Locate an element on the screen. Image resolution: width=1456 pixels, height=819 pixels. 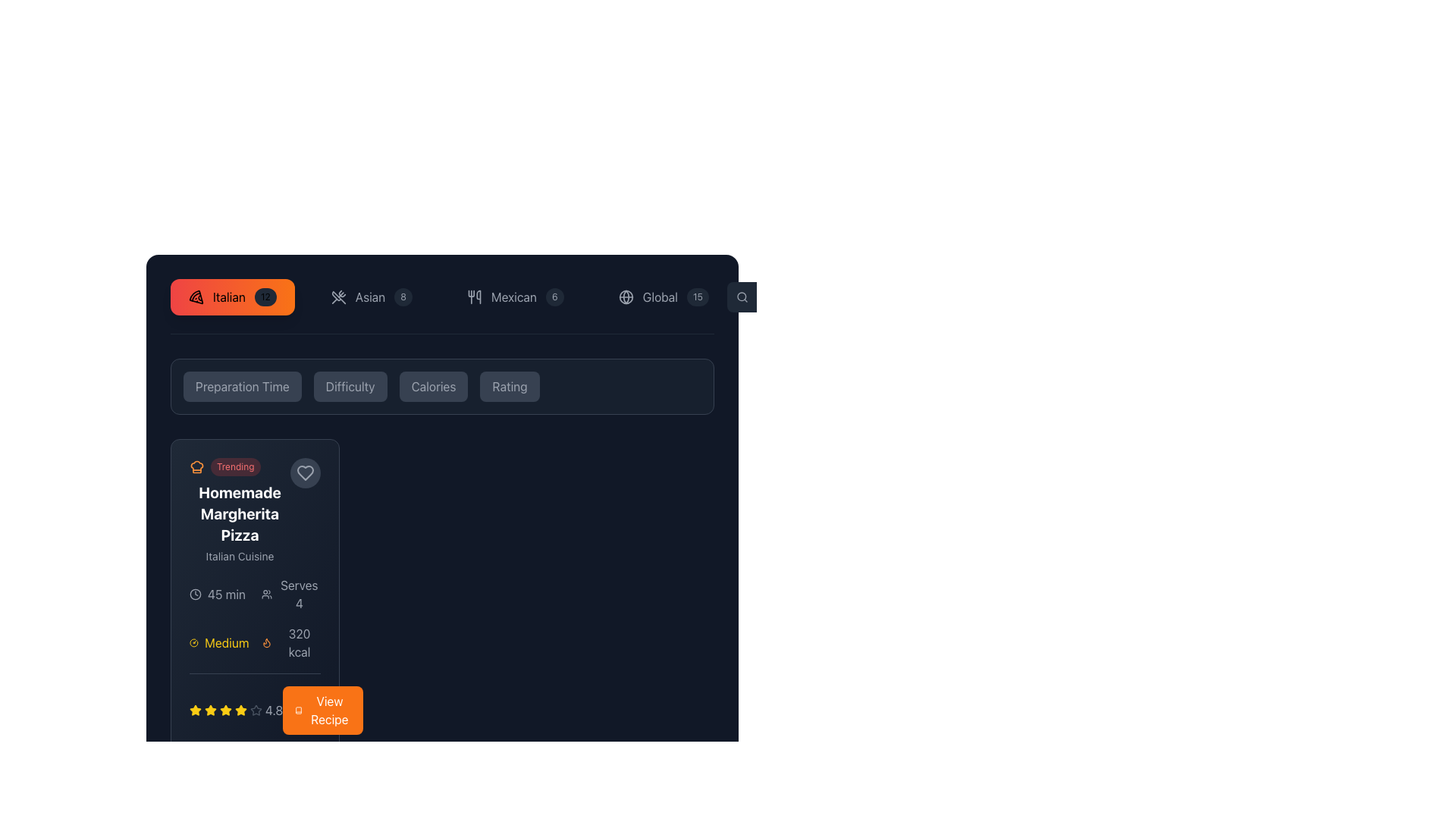
the text label that displays 'Serves 4', which is positioned within a recipe card and is located to the bottom-right of the recipe title and description is located at coordinates (299, 593).